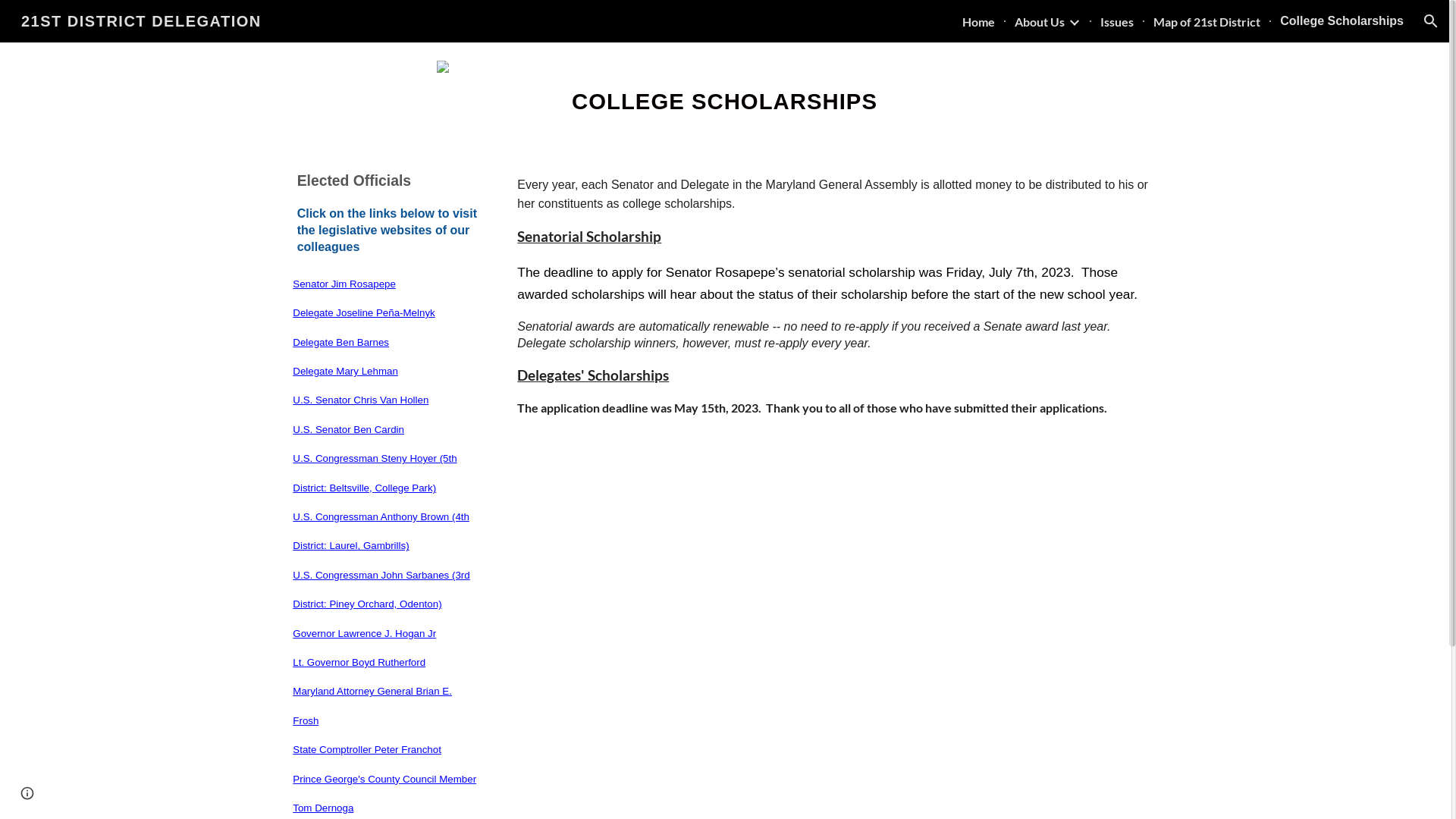 Image resolution: width=1456 pixels, height=819 pixels. I want to click on 'Maryland Attorney General Brian E. Frosh', so click(372, 704).